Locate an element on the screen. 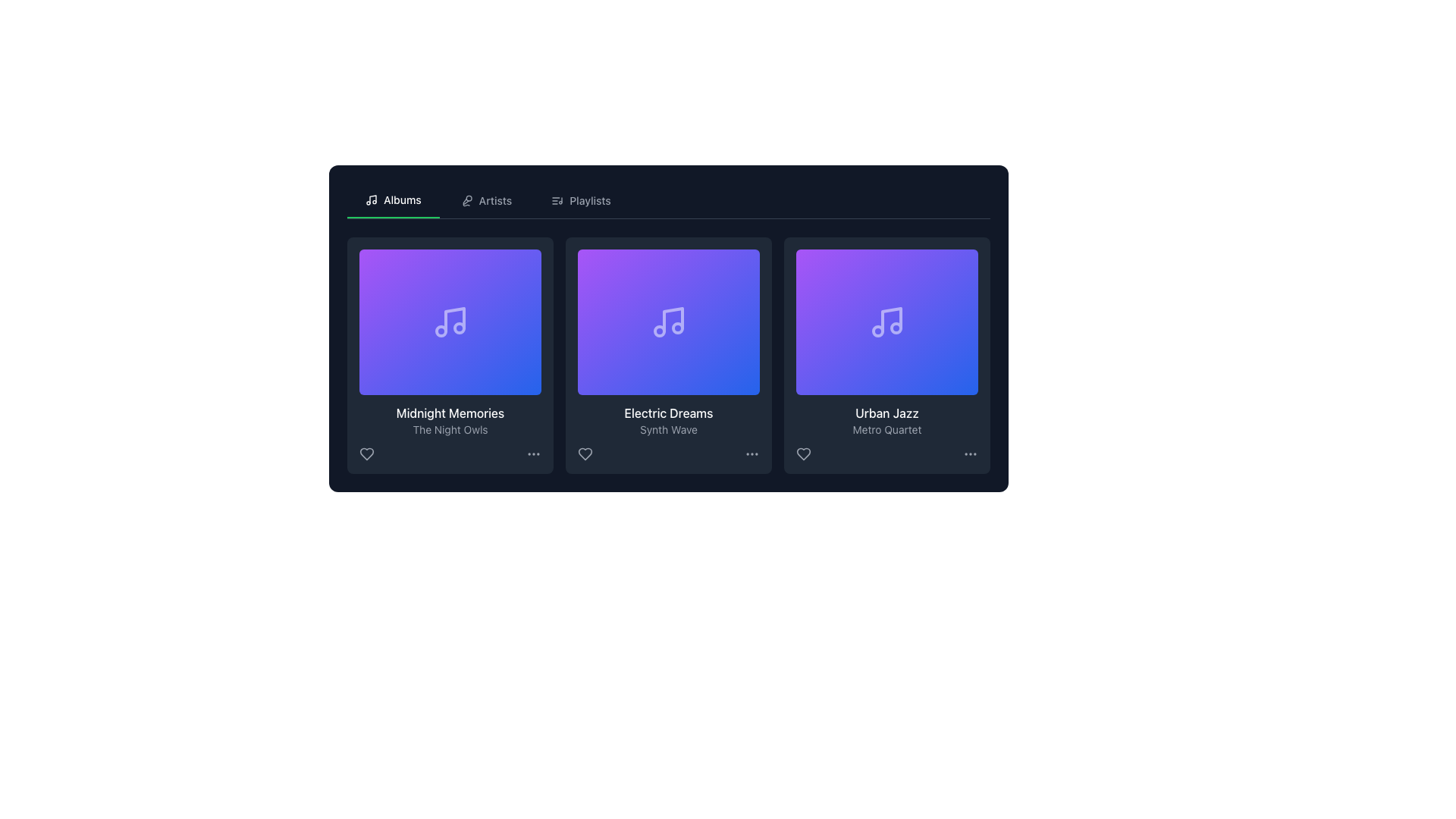 The height and width of the screenshot is (819, 1456). the 'Artists' navigation tab, which features a text label and a microphone-like icon is located at coordinates (486, 200).